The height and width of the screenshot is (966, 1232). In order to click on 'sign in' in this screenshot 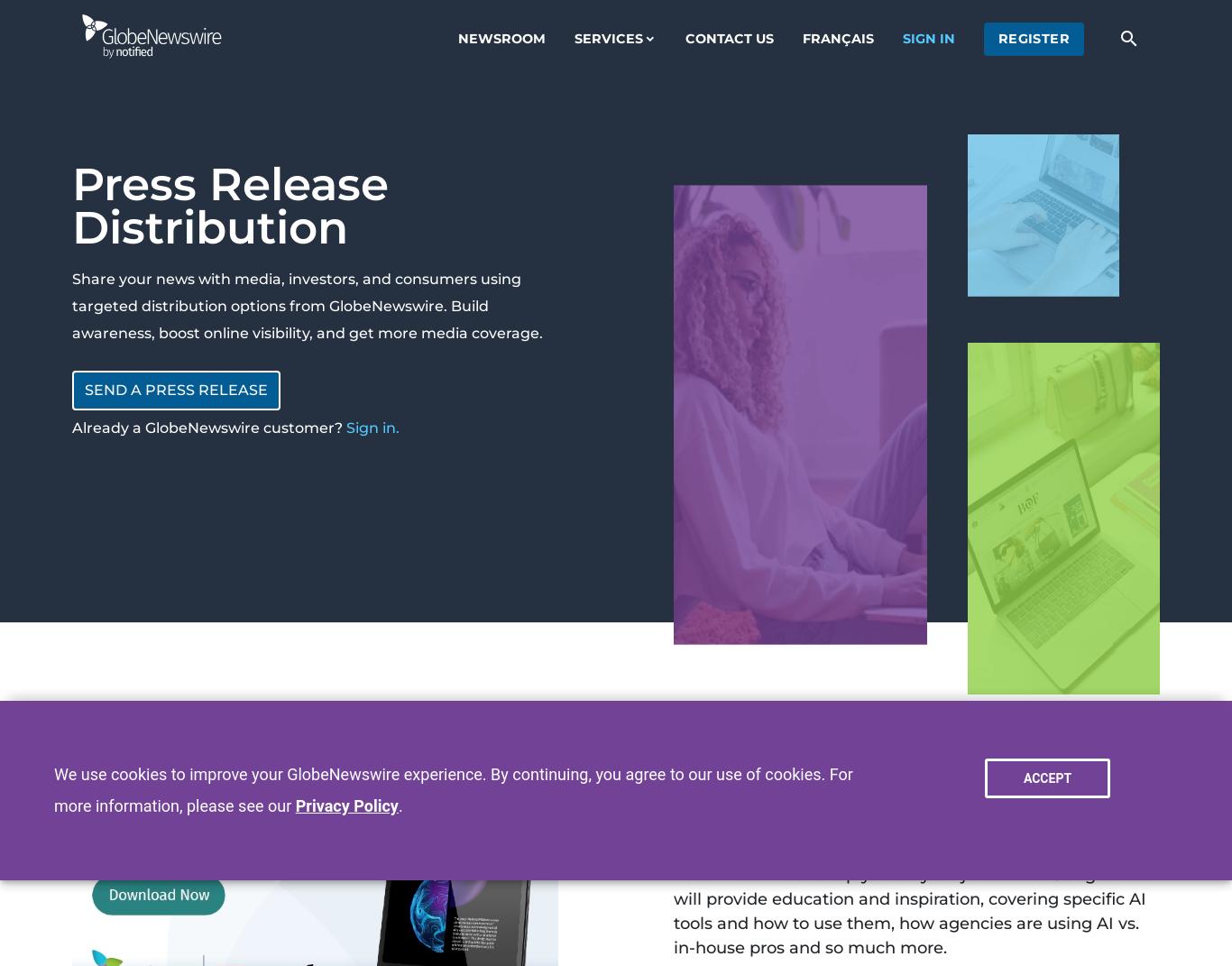, I will do `click(927, 36)`.